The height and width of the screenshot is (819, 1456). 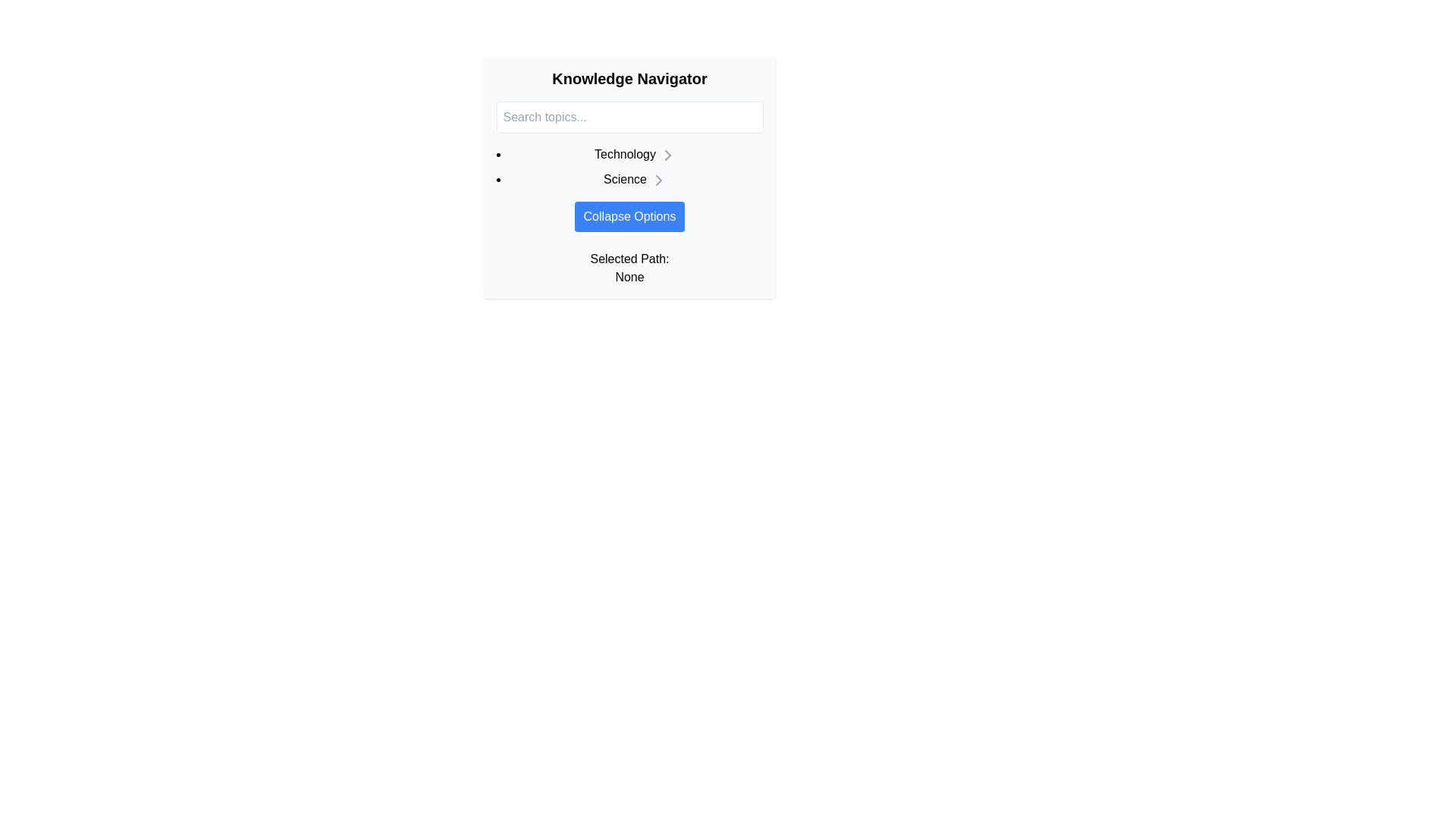 What do you see at coordinates (667, 155) in the screenshot?
I see `the chevron icon indicating additional content related to the 'Technology' topic` at bounding box center [667, 155].